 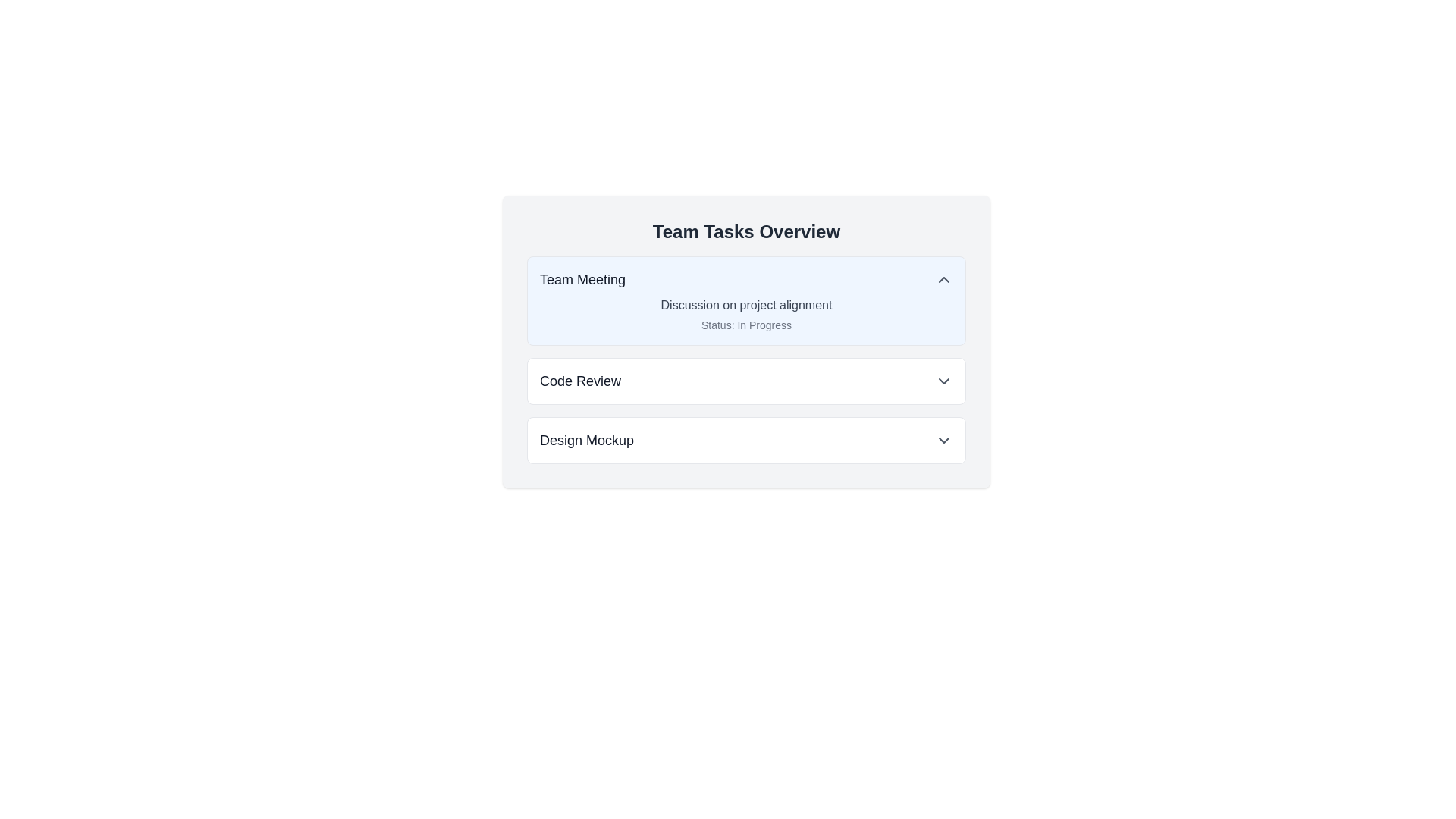 I want to click on the 'Design Mockup' collapsible card located in the 'Team Tasks Overview' section, so click(x=746, y=441).